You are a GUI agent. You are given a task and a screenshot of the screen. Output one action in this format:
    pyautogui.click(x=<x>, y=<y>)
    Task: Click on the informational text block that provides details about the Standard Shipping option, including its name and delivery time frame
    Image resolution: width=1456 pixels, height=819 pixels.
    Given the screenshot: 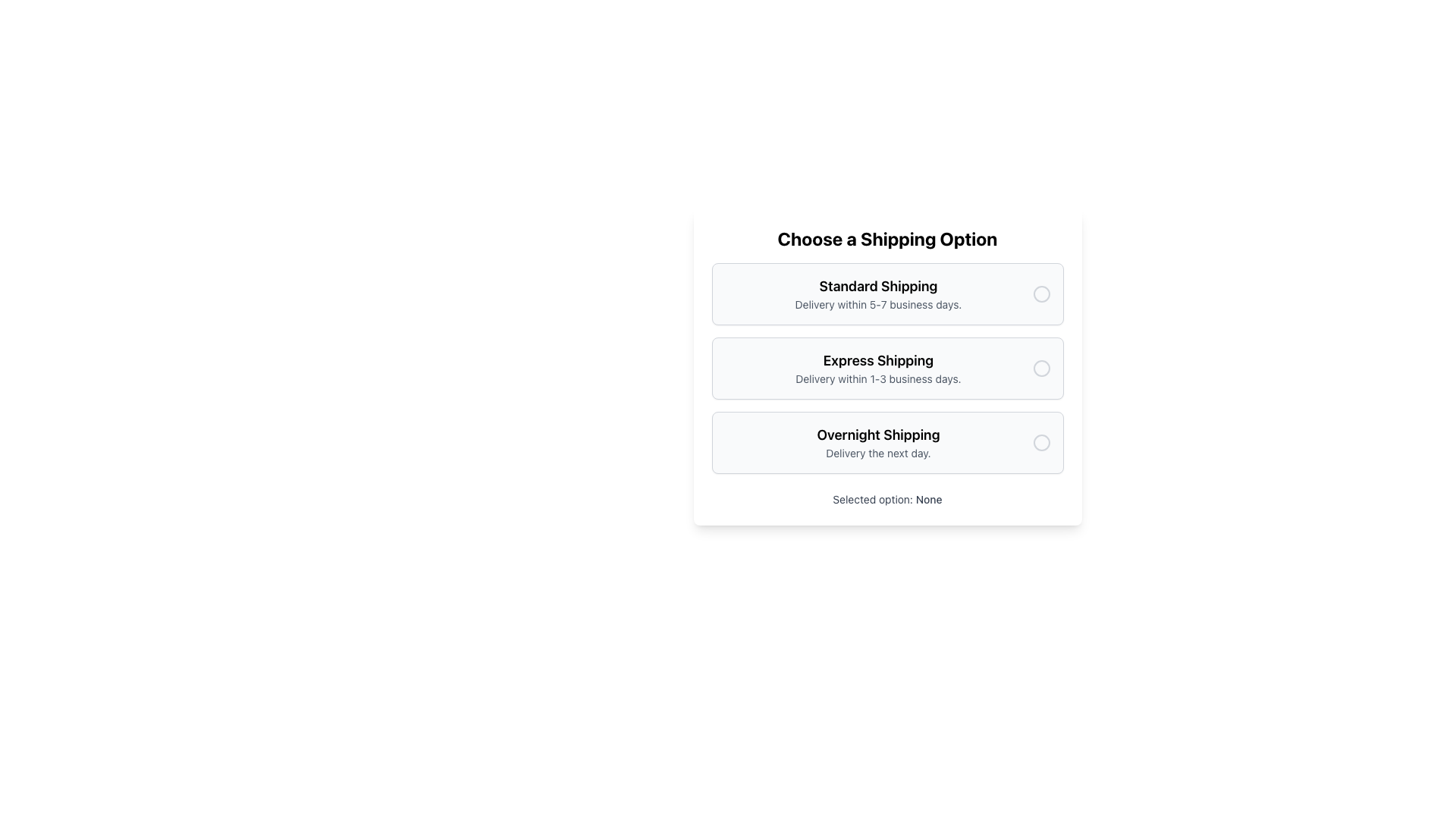 What is the action you would take?
    pyautogui.click(x=878, y=294)
    